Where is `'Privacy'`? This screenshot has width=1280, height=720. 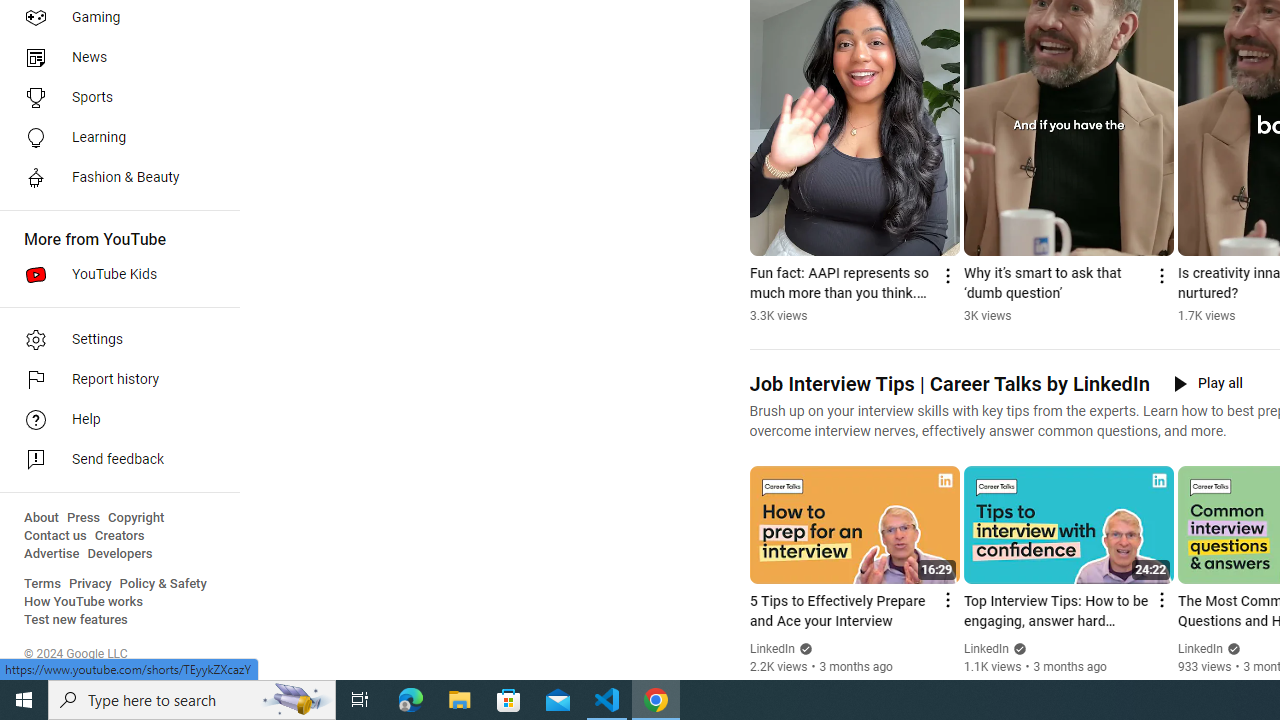 'Privacy' is located at coordinates (89, 584).